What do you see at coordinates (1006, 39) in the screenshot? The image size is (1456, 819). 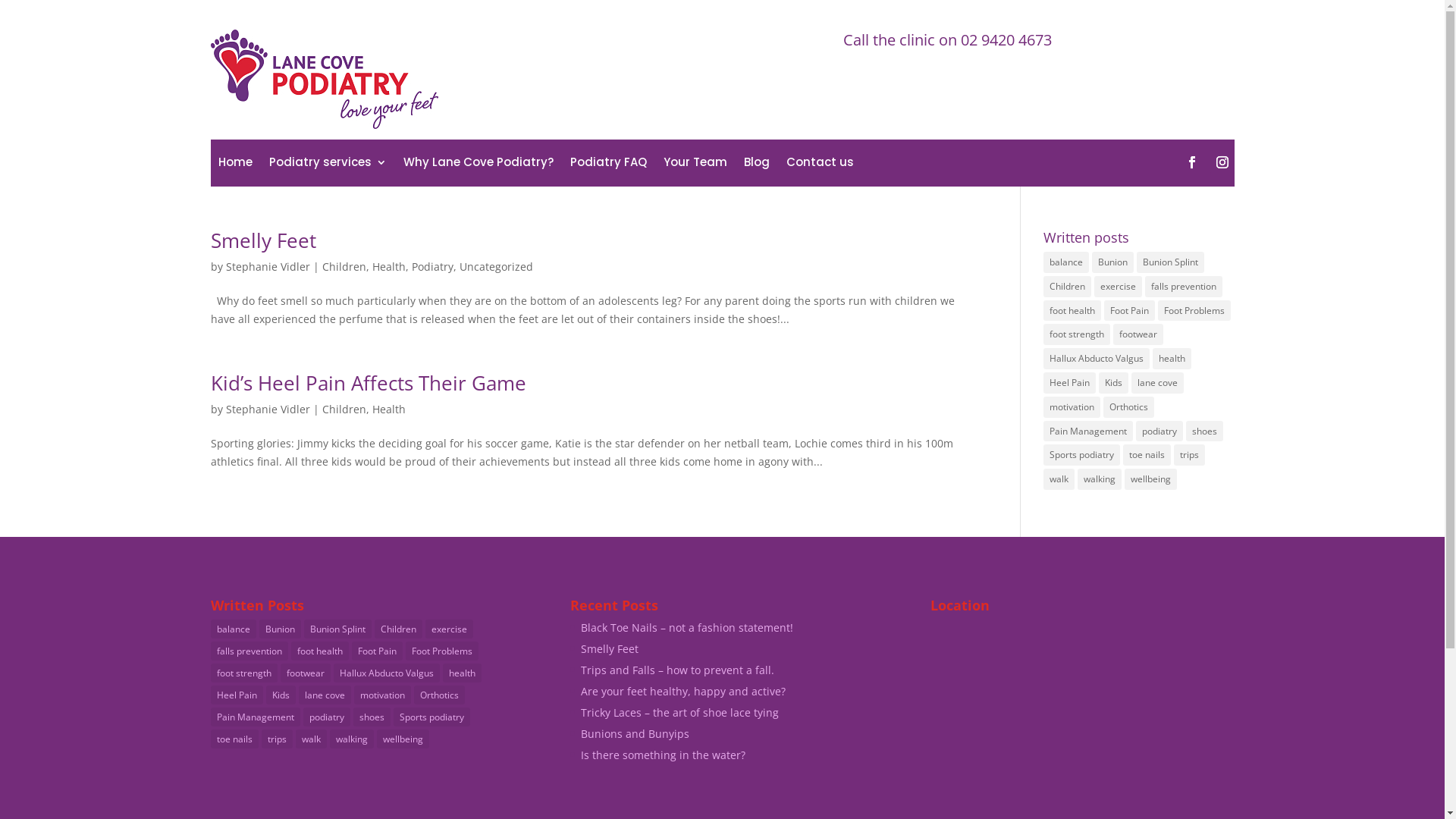 I see `'02 9420 4673'` at bounding box center [1006, 39].